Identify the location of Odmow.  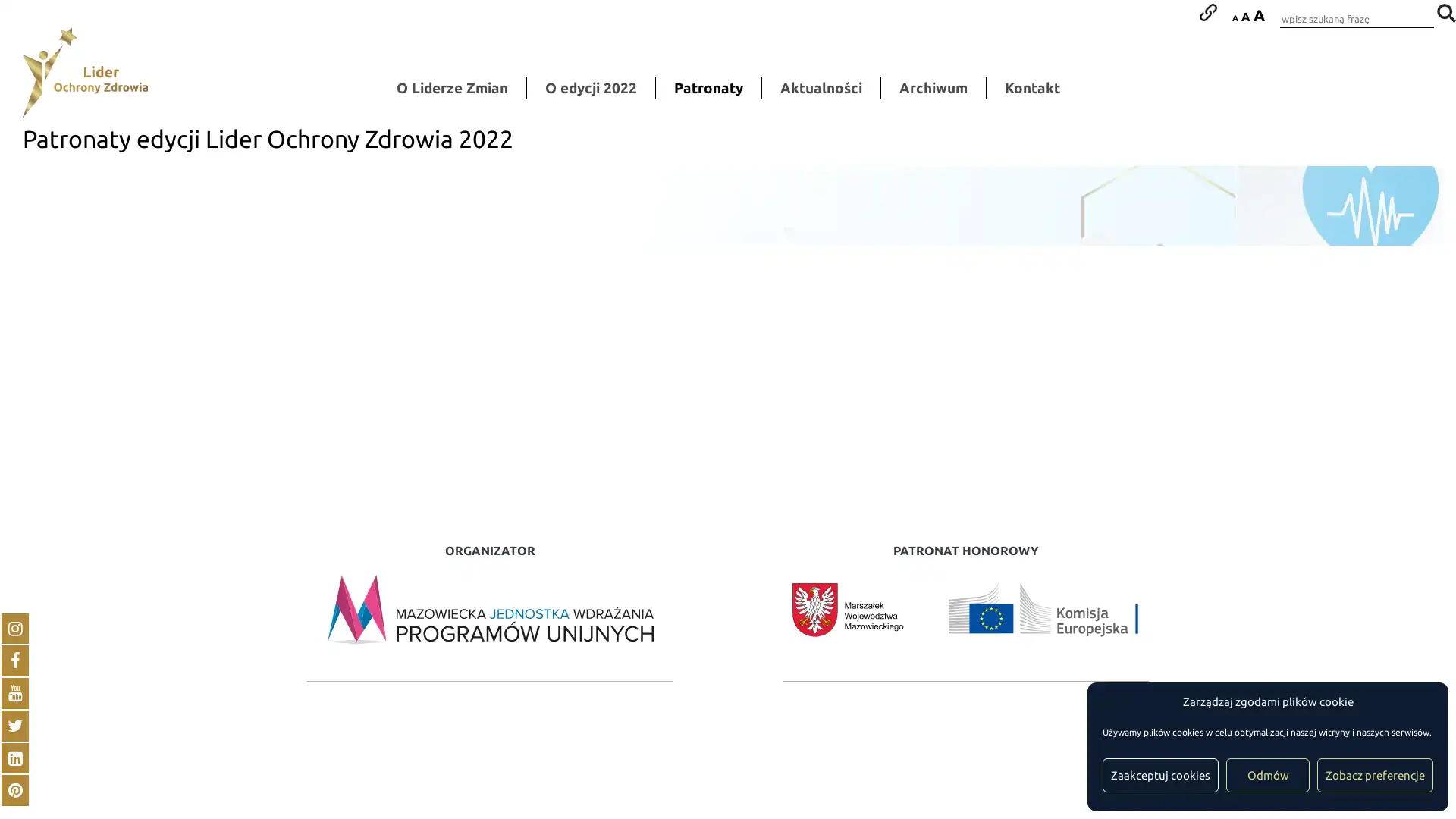
(1267, 775).